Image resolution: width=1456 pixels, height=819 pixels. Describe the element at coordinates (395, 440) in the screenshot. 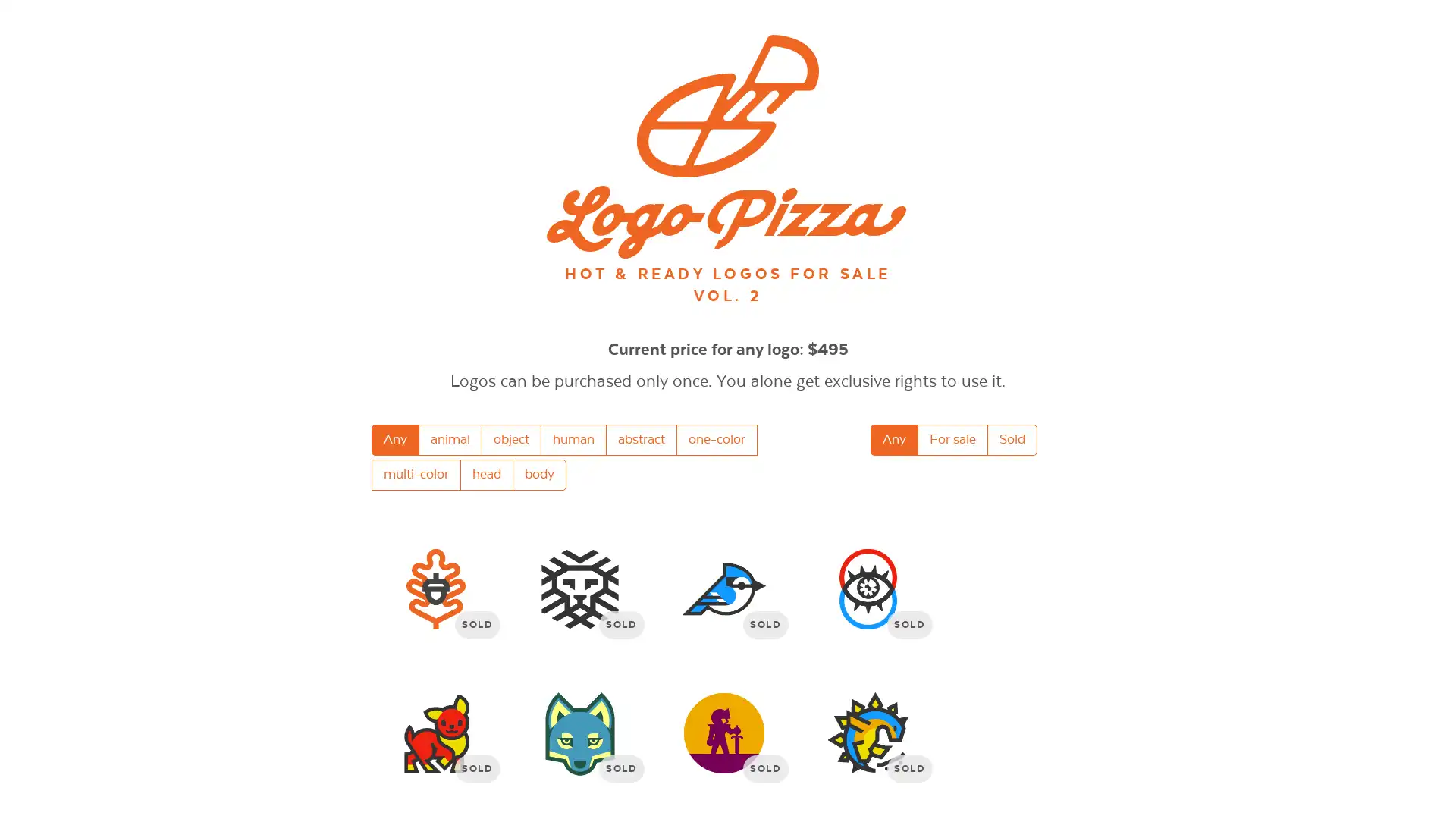

I see `Any` at that location.